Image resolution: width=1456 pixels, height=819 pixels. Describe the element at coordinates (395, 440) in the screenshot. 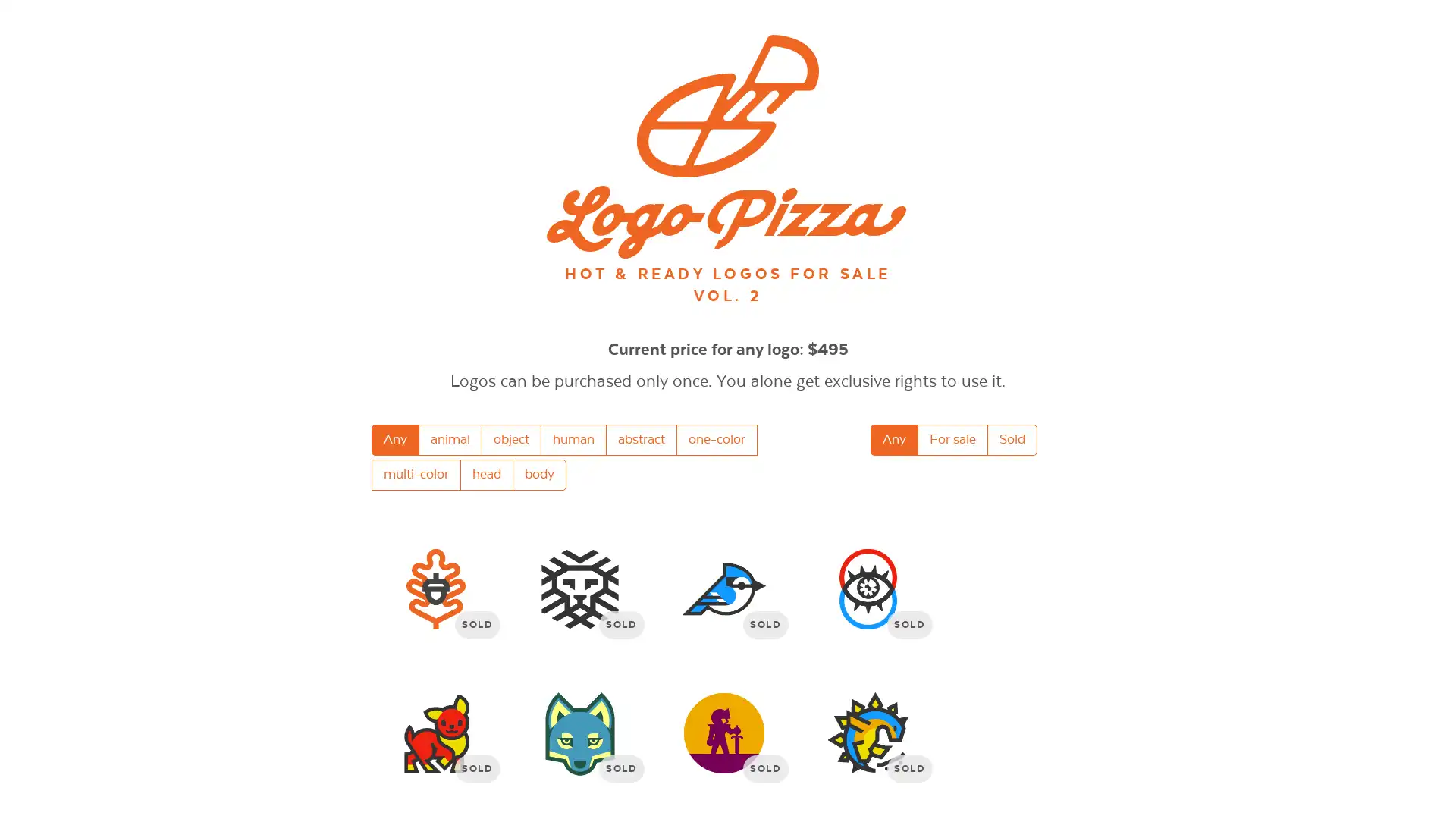

I see `Any` at that location.